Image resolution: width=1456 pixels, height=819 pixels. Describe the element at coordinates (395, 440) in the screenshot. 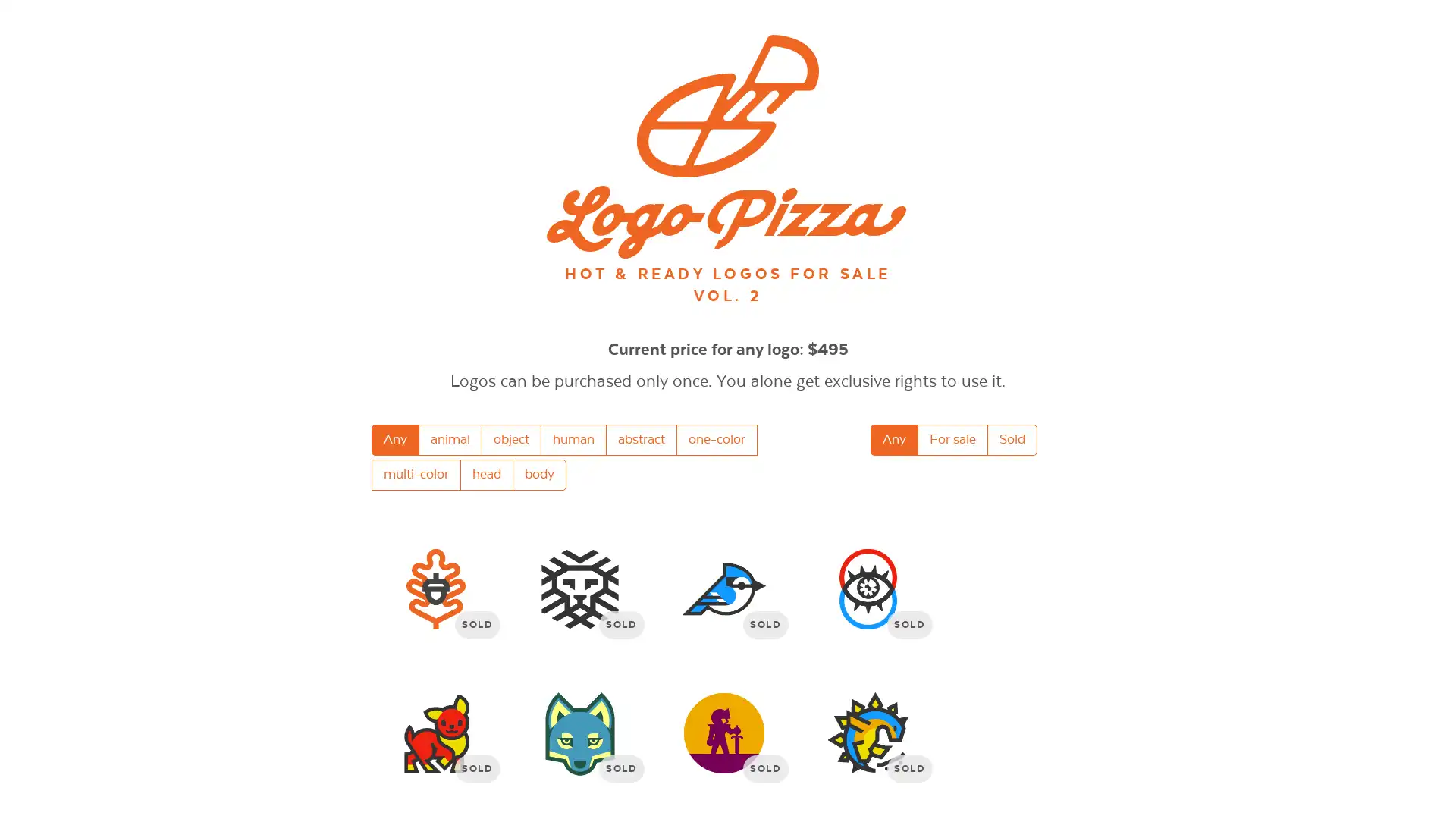

I see `Any` at that location.